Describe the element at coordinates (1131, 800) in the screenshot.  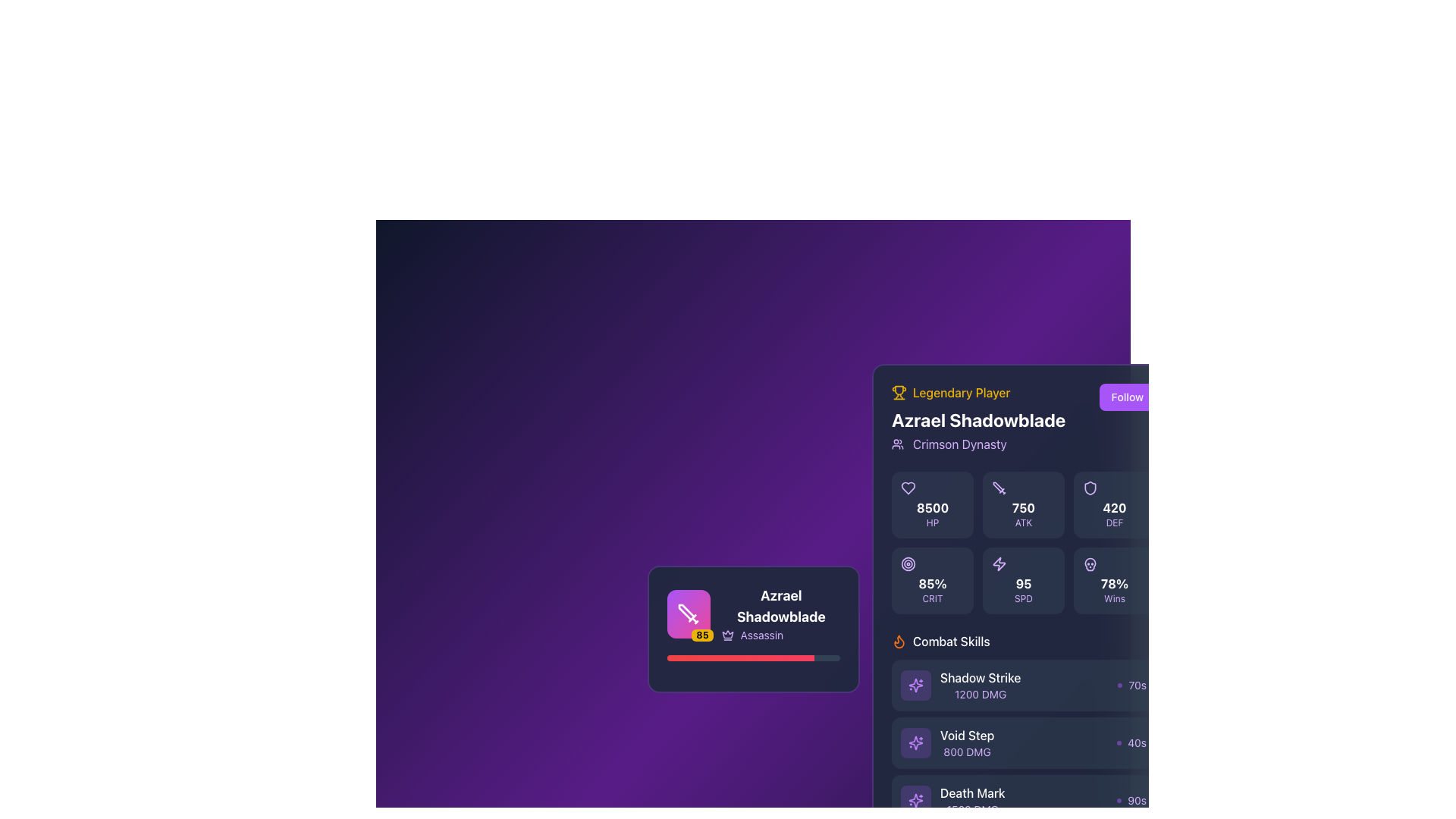
I see `the informational text label indicating the cooldown duration of the skill 'Death Mark'` at that location.